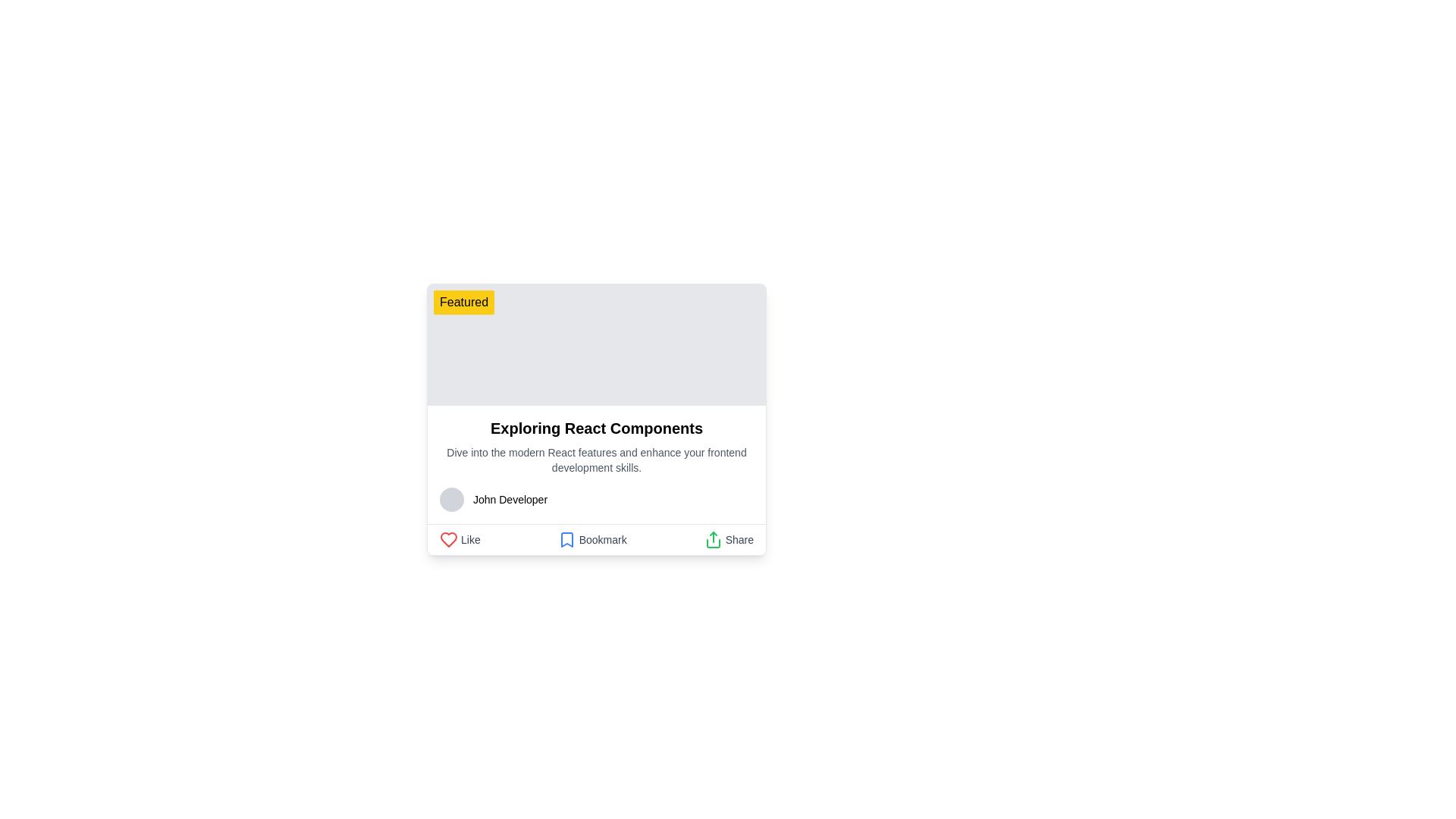  What do you see at coordinates (459, 539) in the screenshot?
I see `the 'Like' button with a red heart icon, which is the first interaction option at the bottom of the content card` at bounding box center [459, 539].